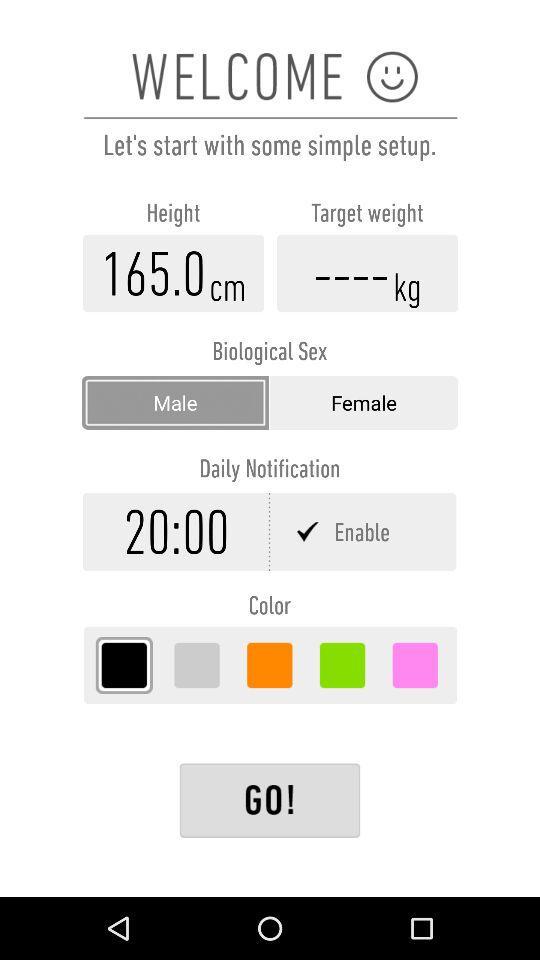 The image size is (540, 960). Describe the element at coordinates (363, 530) in the screenshot. I see `daily notification` at that location.